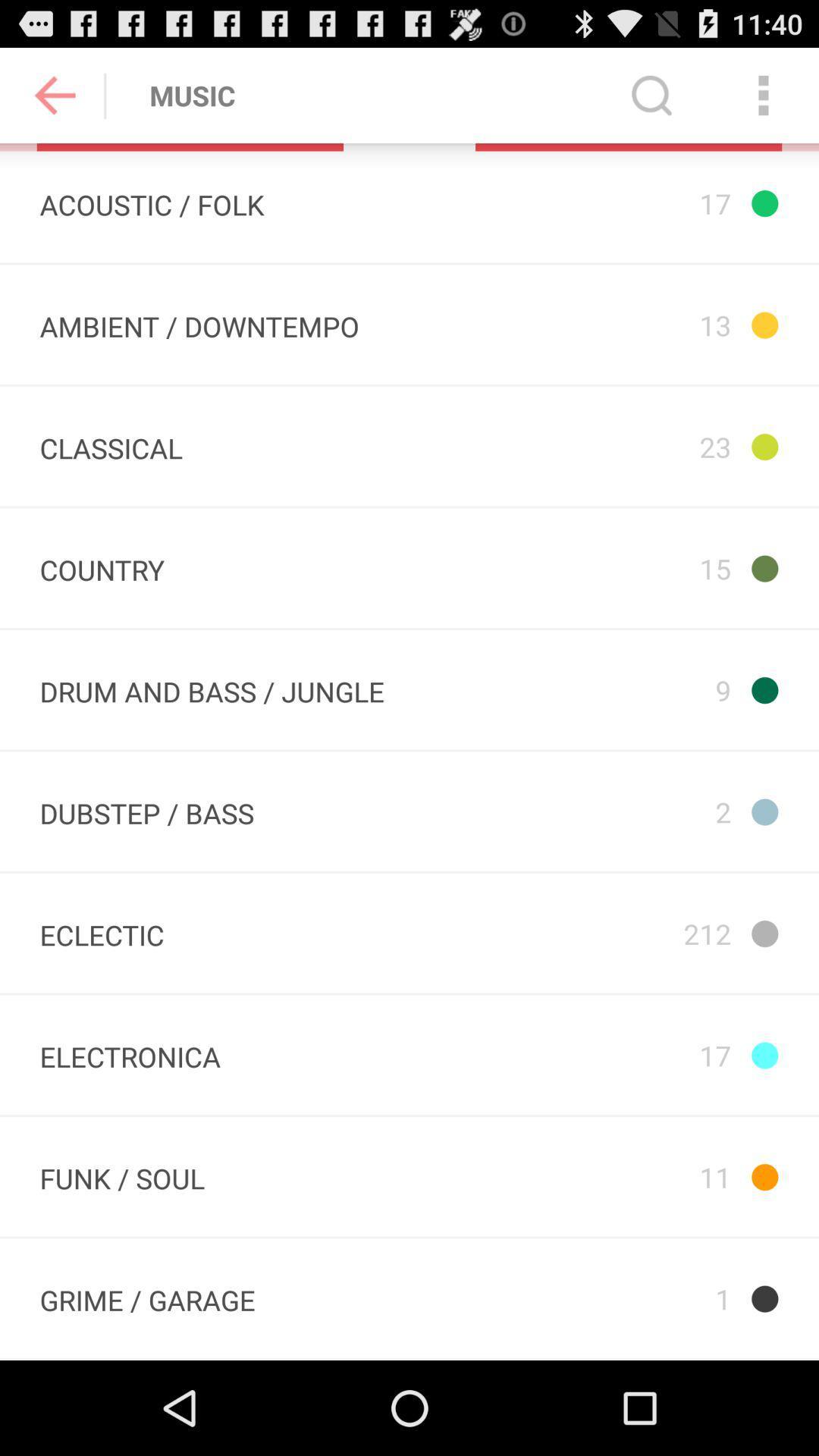  Describe the element at coordinates (612, 567) in the screenshot. I see `15 icon` at that location.